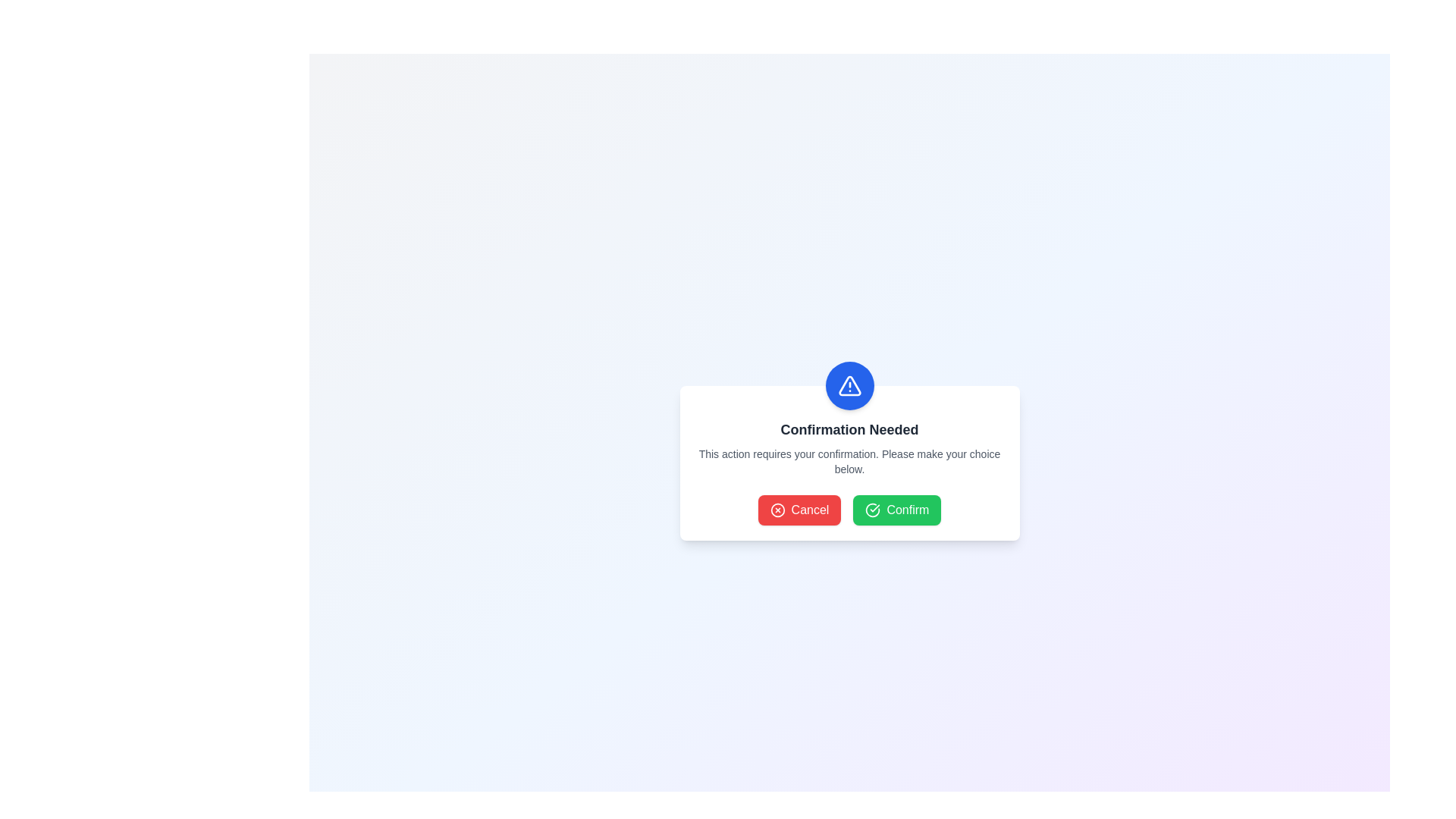 The height and width of the screenshot is (819, 1456). Describe the element at coordinates (777, 510) in the screenshot. I see `the circular 'X' icon with a red background inside the 'Cancel' button, located to the left of the text label 'Cancel'` at that location.